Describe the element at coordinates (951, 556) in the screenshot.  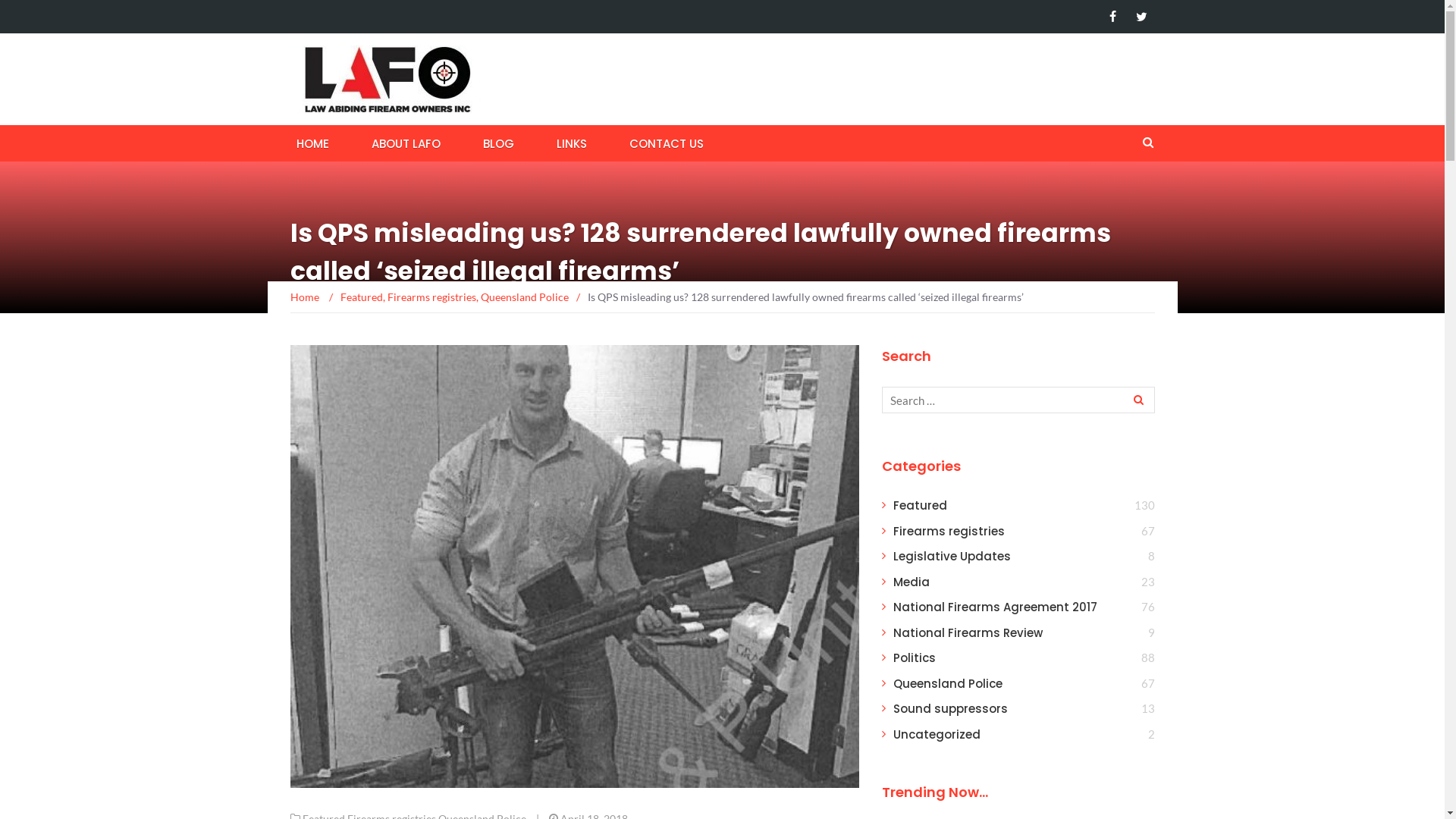
I see `'Legislative Updates'` at that location.